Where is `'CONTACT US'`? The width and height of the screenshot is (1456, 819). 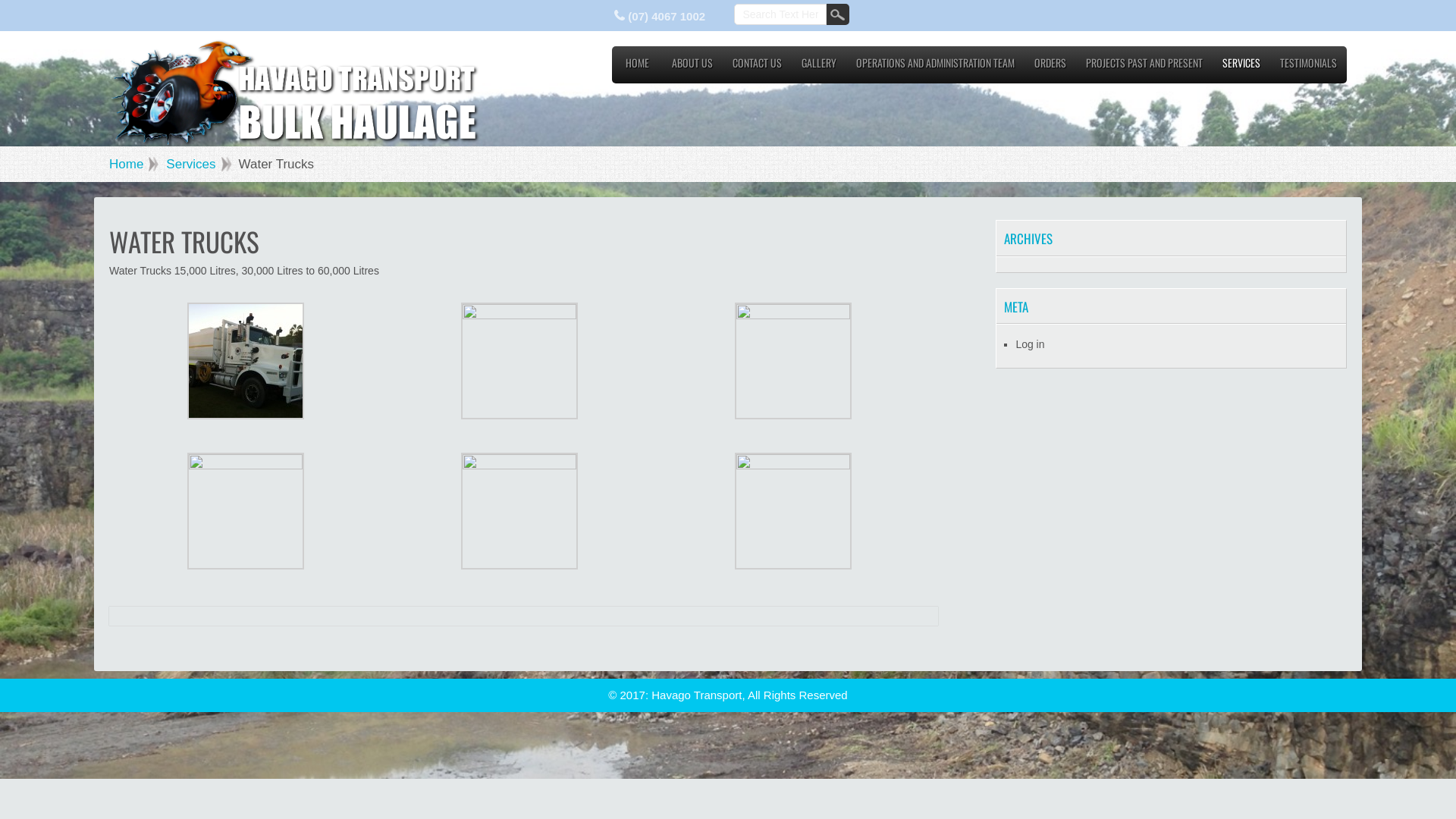 'CONTACT US' is located at coordinates (757, 66).